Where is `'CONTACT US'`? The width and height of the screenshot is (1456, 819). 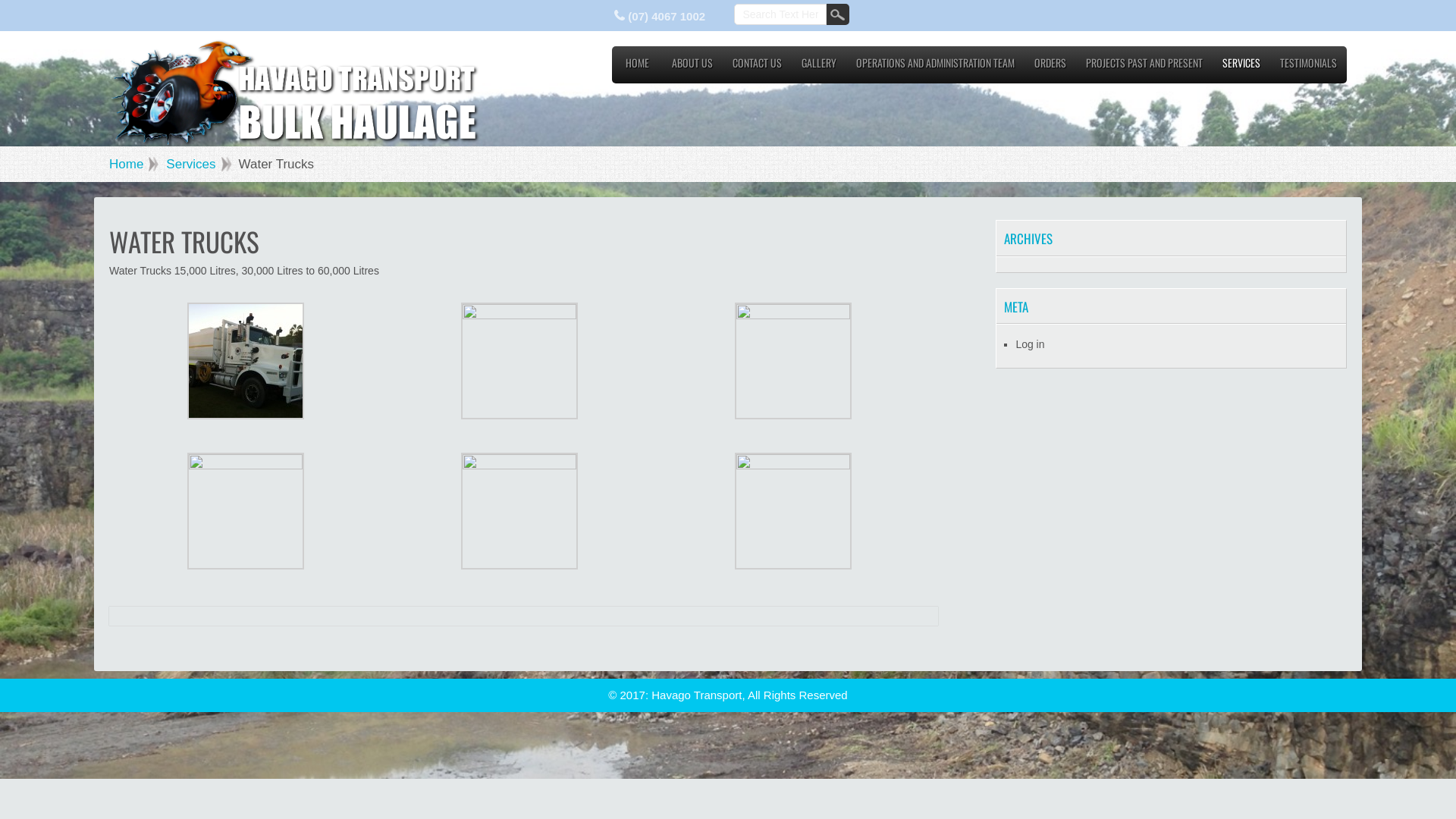 'CONTACT US' is located at coordinates (757, 66).